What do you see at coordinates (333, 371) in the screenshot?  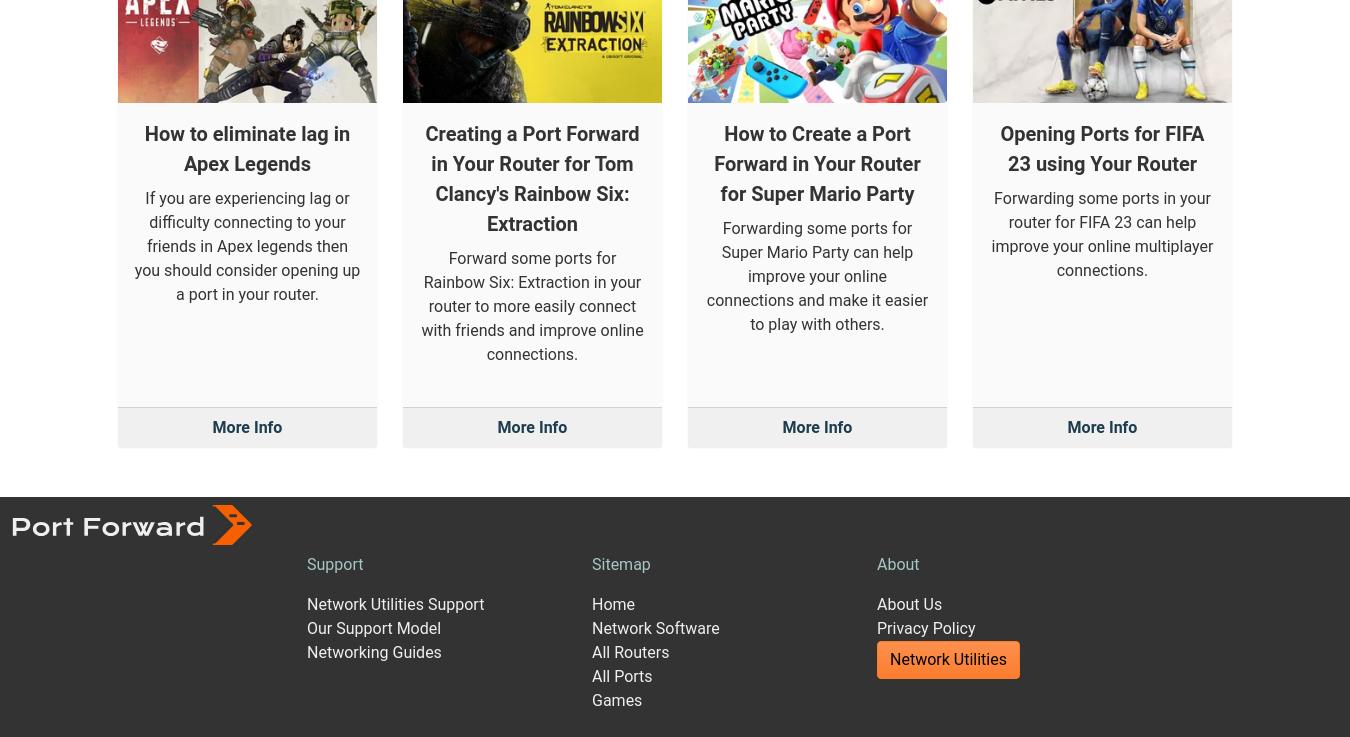 I see `'Support'` at bounding box center [333, 371].